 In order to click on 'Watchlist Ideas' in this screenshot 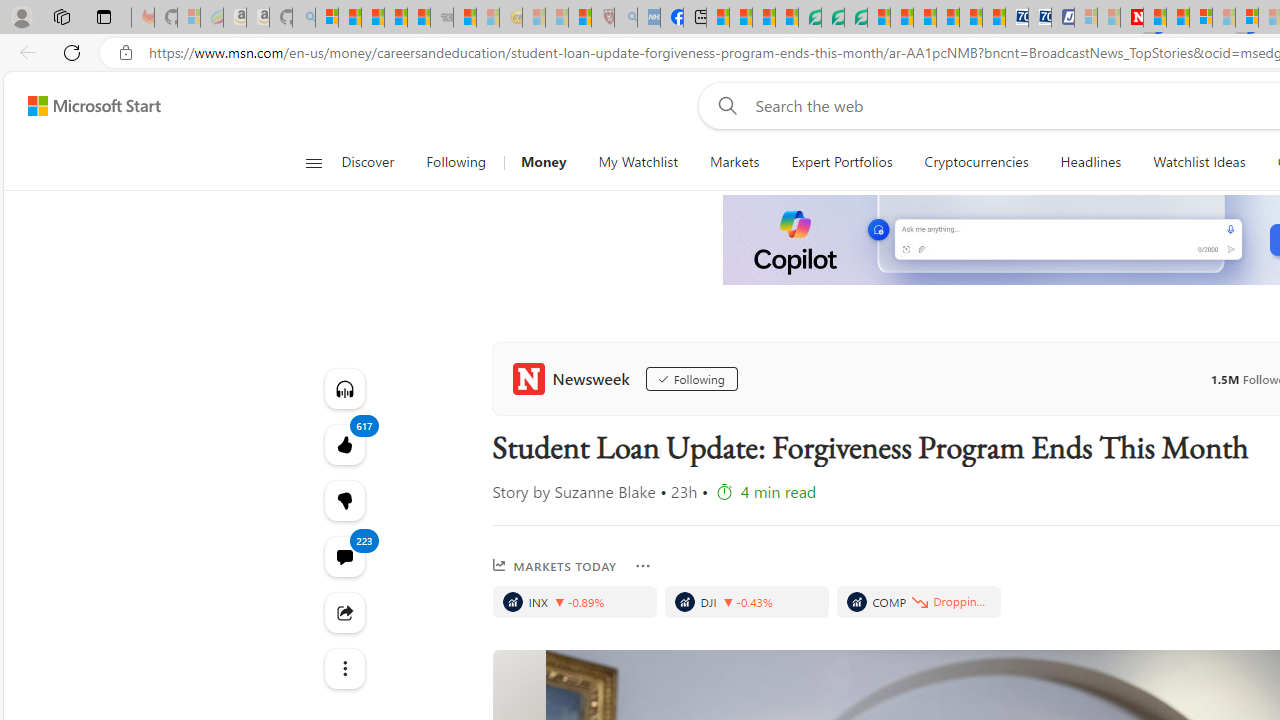, I will do `click(1199, 162)`.